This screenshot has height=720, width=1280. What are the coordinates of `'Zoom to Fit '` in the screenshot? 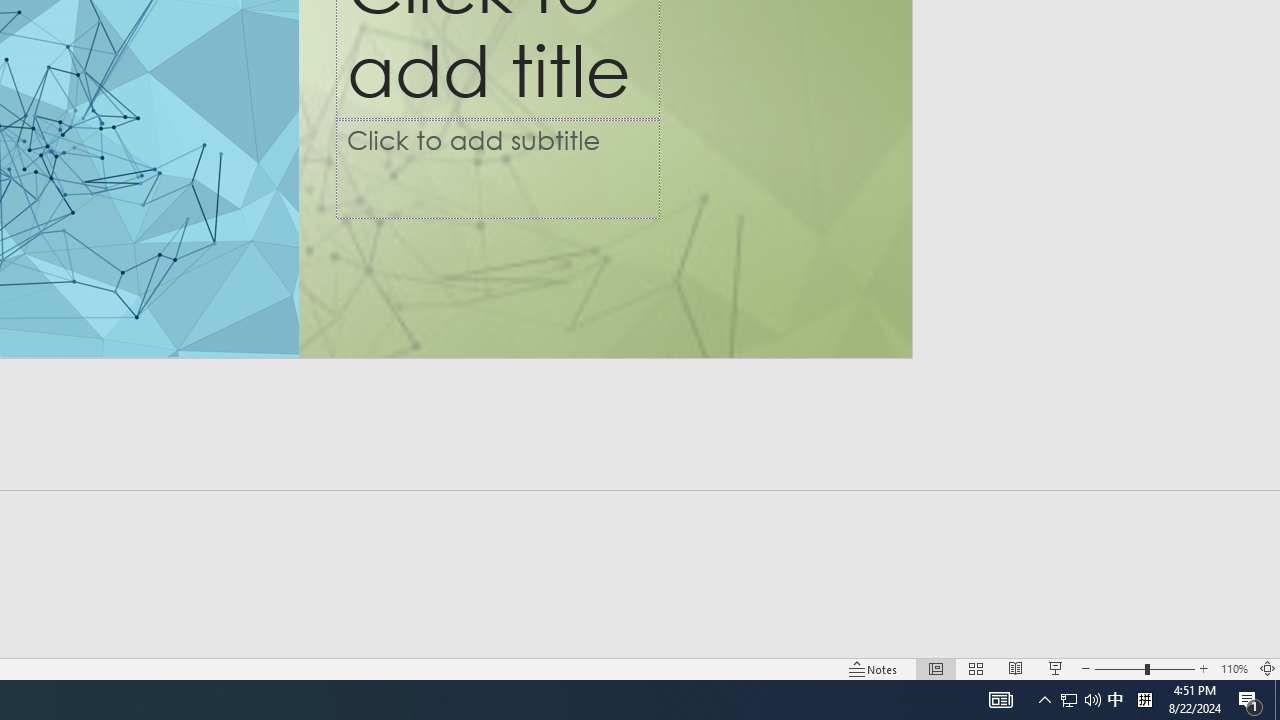 It's located at (1266, 669).